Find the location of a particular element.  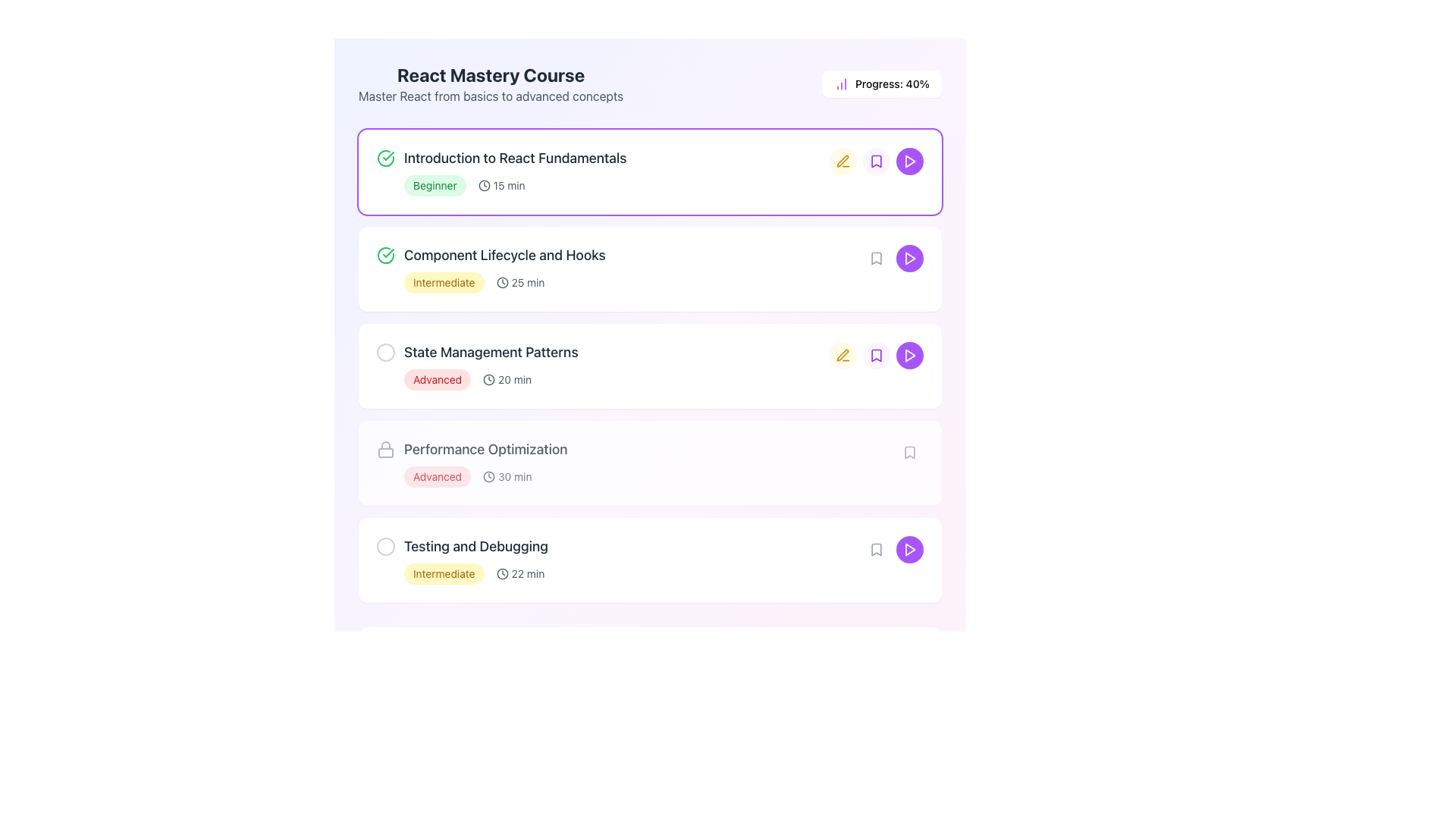

the clock icon indicating time, which is positioned to the left of the '22 min' text label in the 'Testing and Debugging' card is located at coordinates (502, 573).